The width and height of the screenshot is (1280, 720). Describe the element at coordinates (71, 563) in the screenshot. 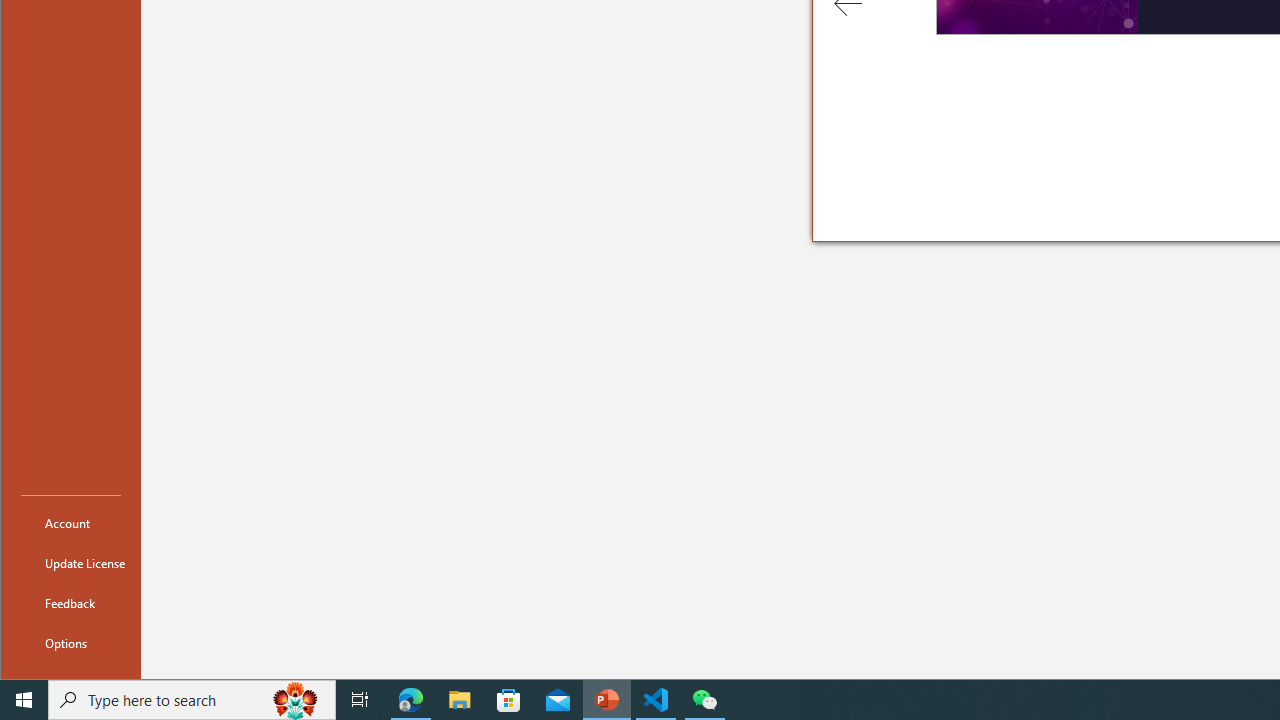

I see `'Update License'` at that location.